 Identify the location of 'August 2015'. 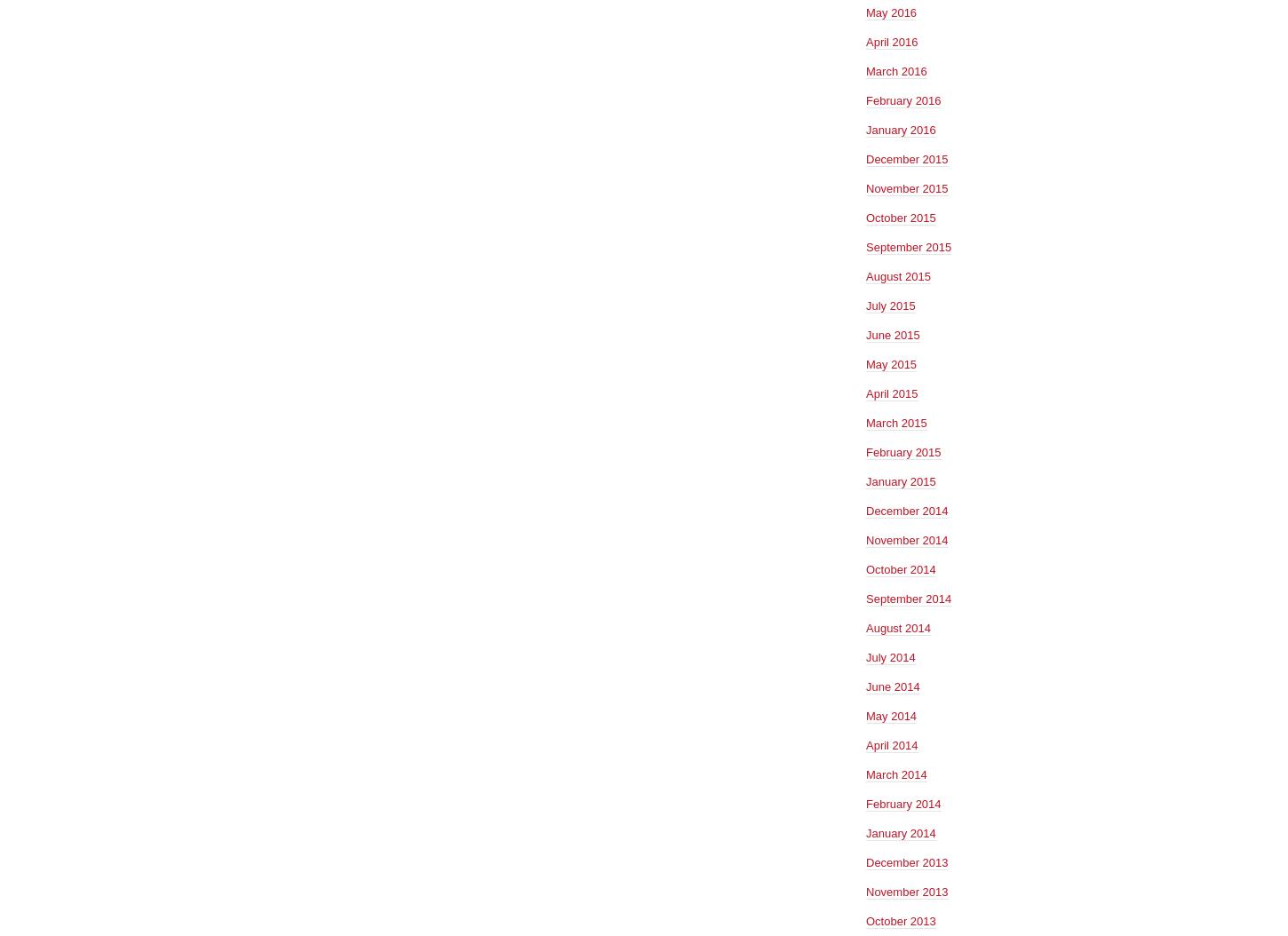
(898, 274).